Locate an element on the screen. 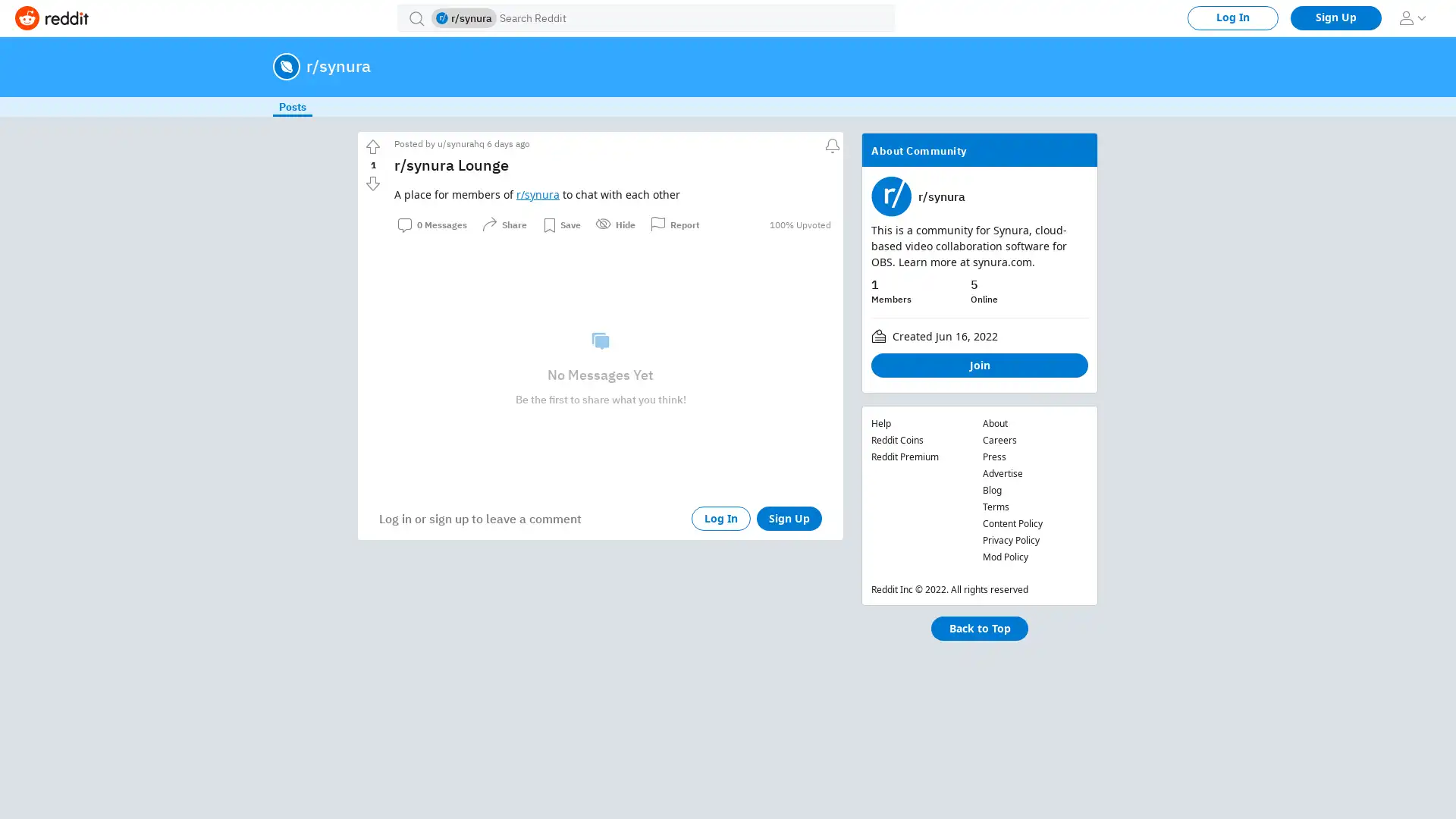 The image size is (1456, 819). Share is located at coordinates (504, 224).